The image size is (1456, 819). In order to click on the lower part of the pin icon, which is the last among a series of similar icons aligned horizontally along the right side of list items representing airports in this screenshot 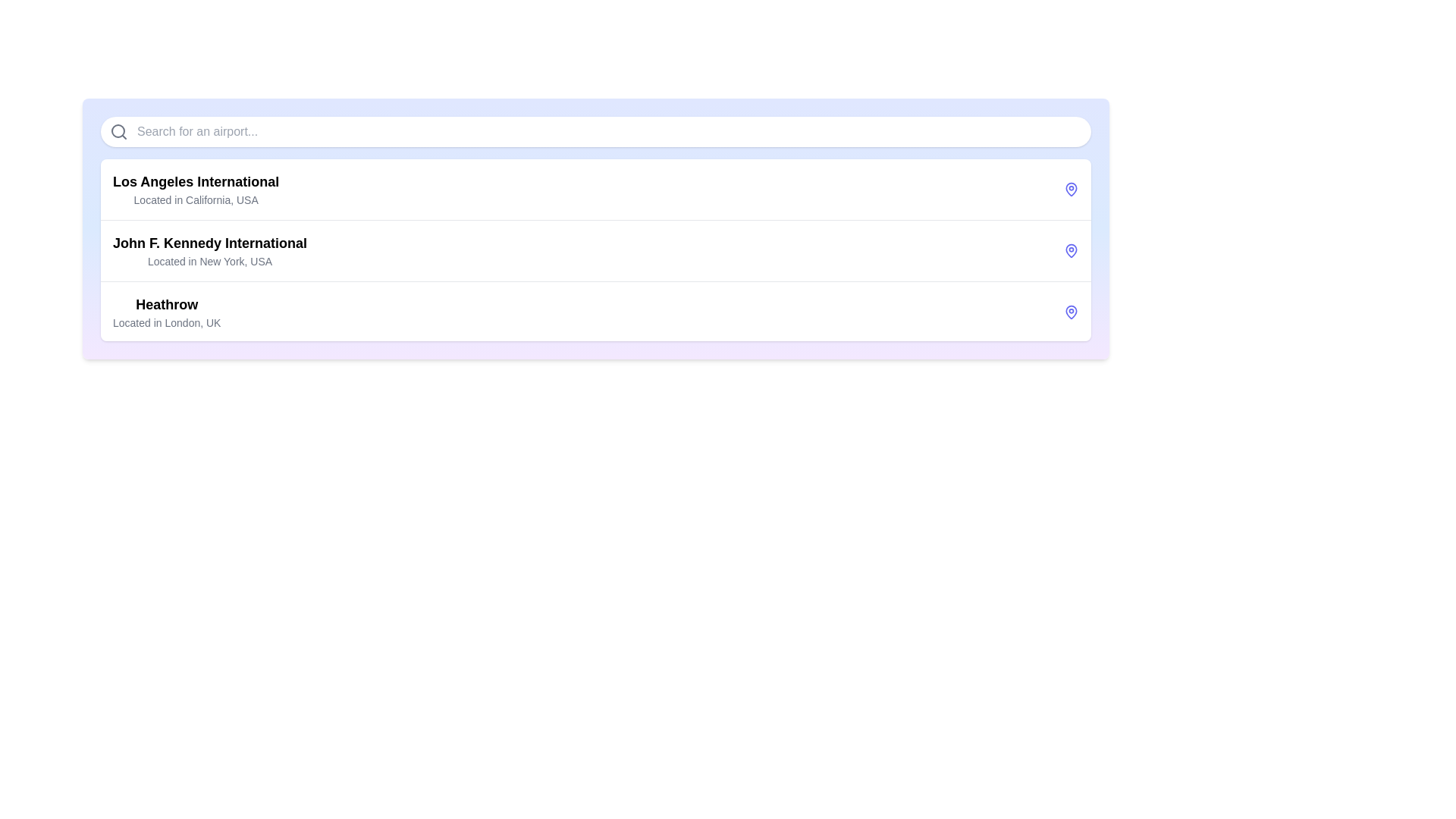, I will do `click(1070, 311)`.